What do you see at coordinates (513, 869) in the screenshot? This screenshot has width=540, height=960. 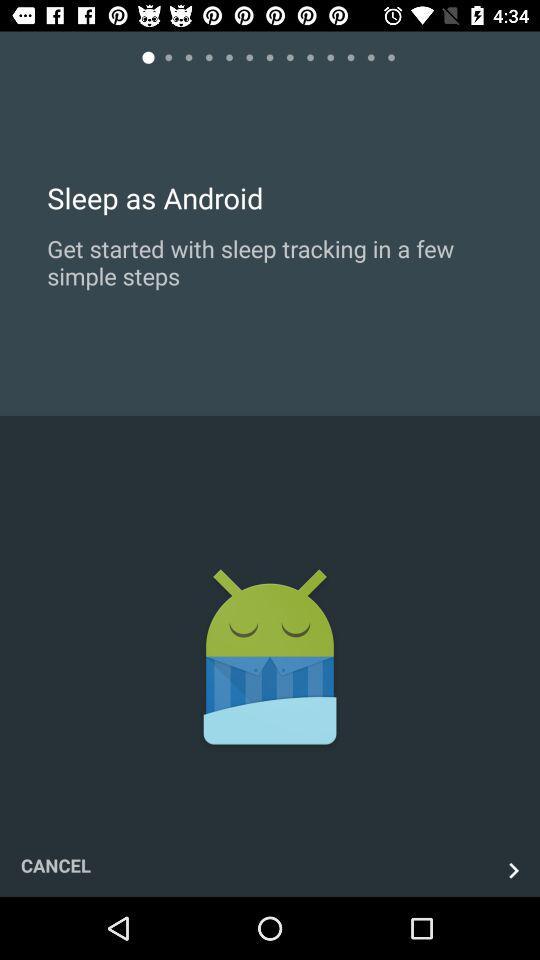 I see `next screen arrow` at bounding box center [513, 869].